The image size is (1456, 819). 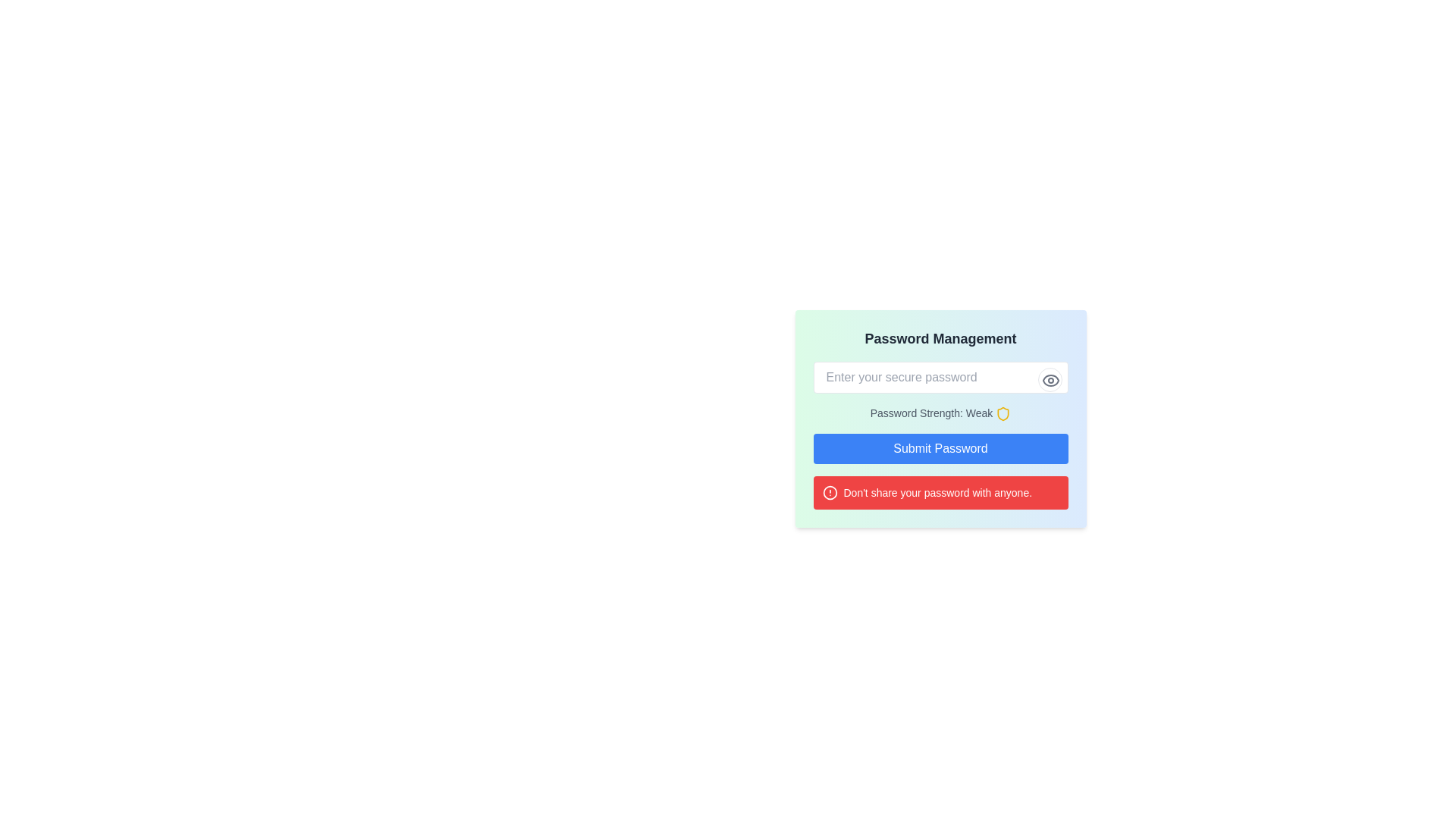 I want to click on the eye-shaped icon located in the top-right corner of the password input field, so click(x=1050, y=379).